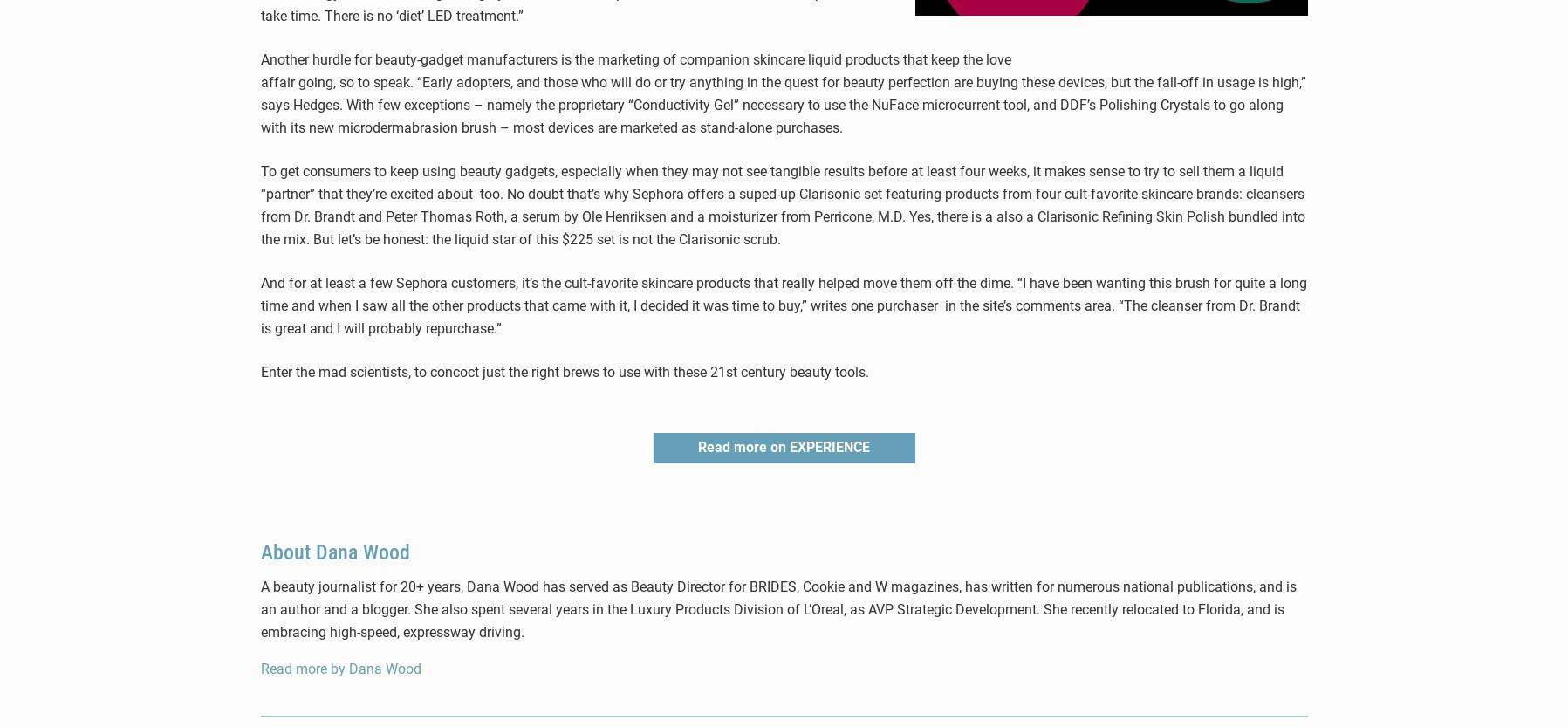 This screenshot has height=727, width=1568. What do you see at coordinates (287, 552) in the screenshot?
I see `'About'` at bounding box center [287, 552].